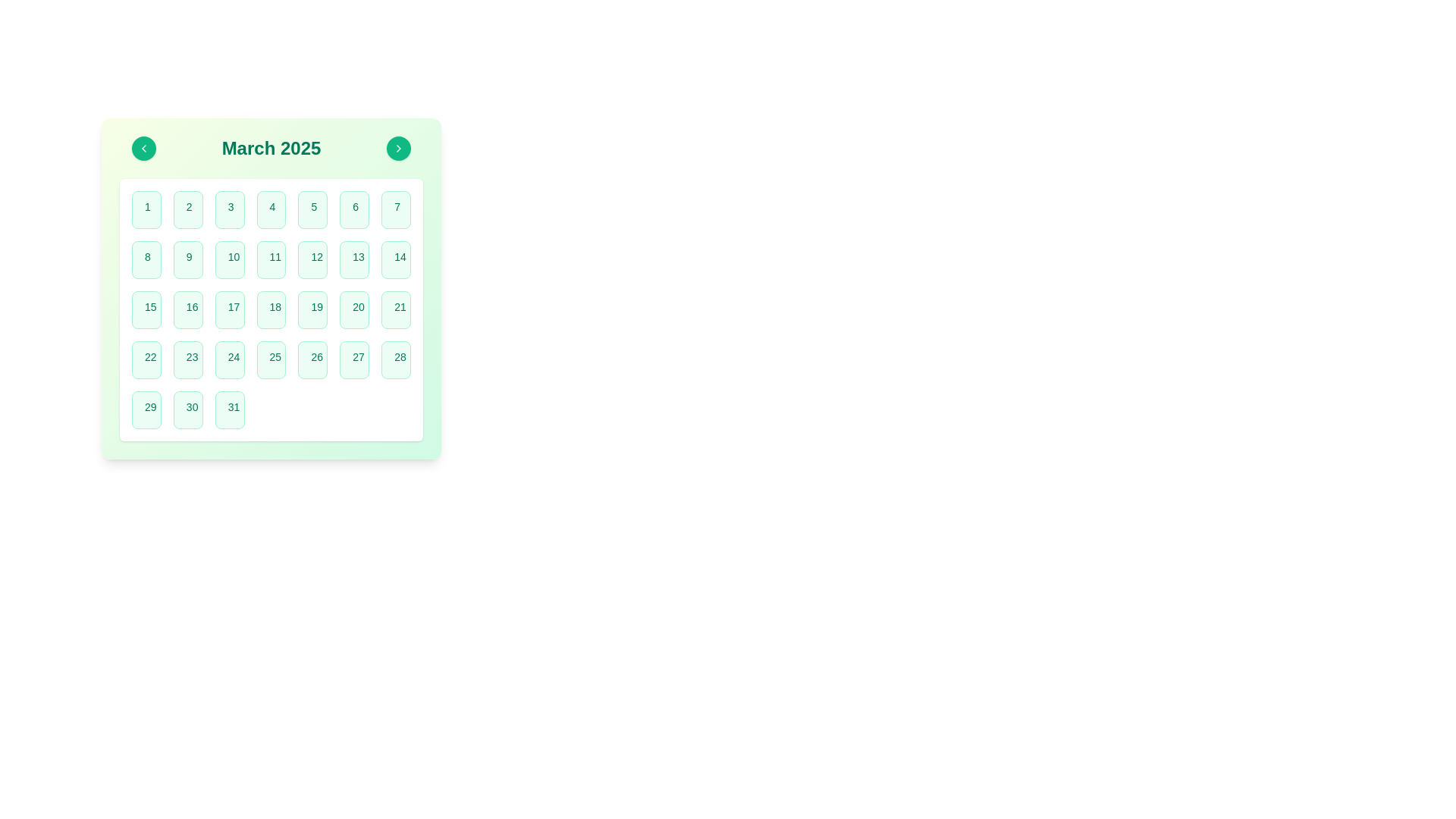  I want to click on the calendar date cell representing the 11th day in the March 2025 calendar interface, so click(271, 259).